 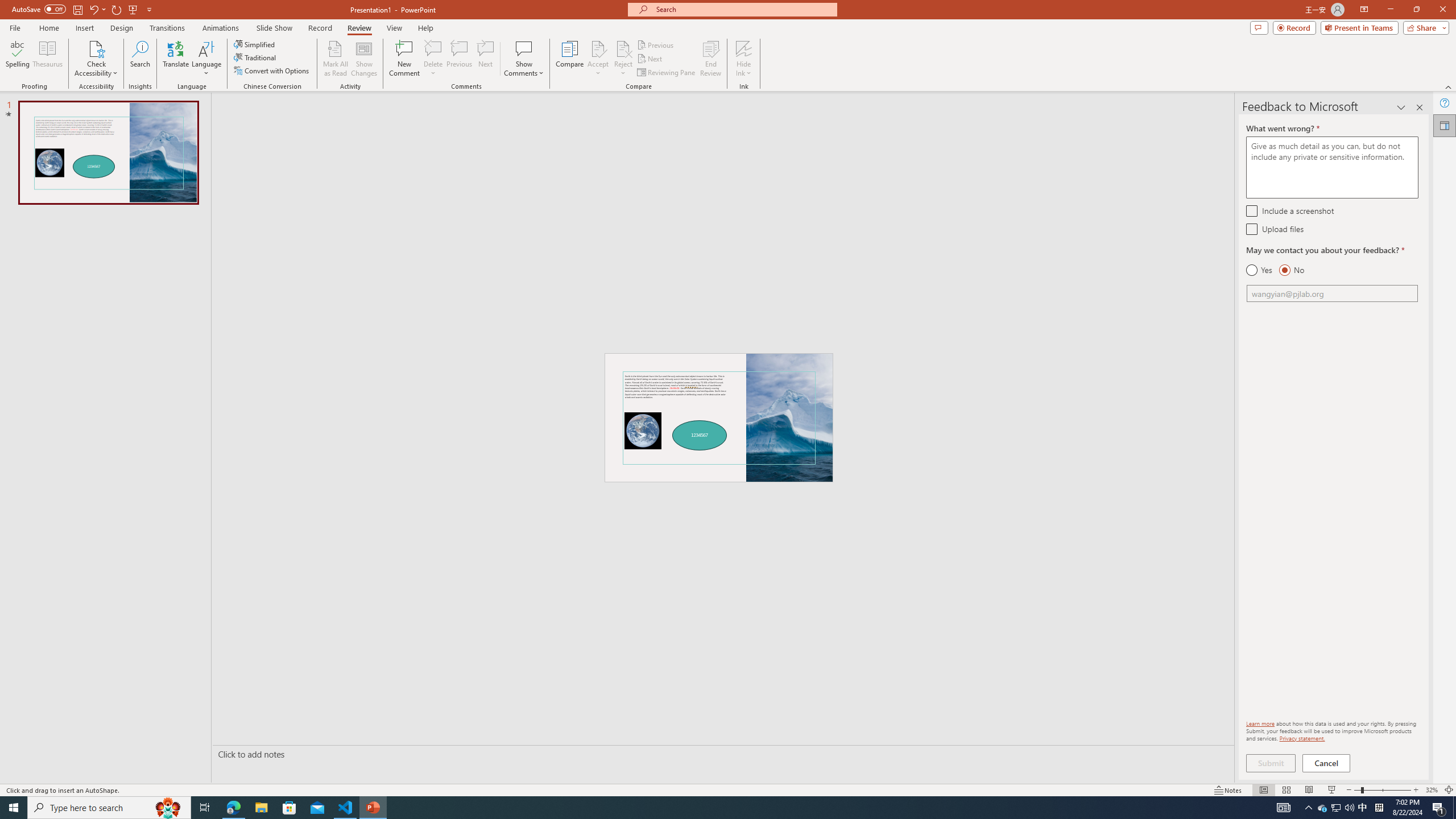 What do you see at coordinates (176, 59) in the screenshot?
I see `'Translate'` at bounding box center [176, 59].